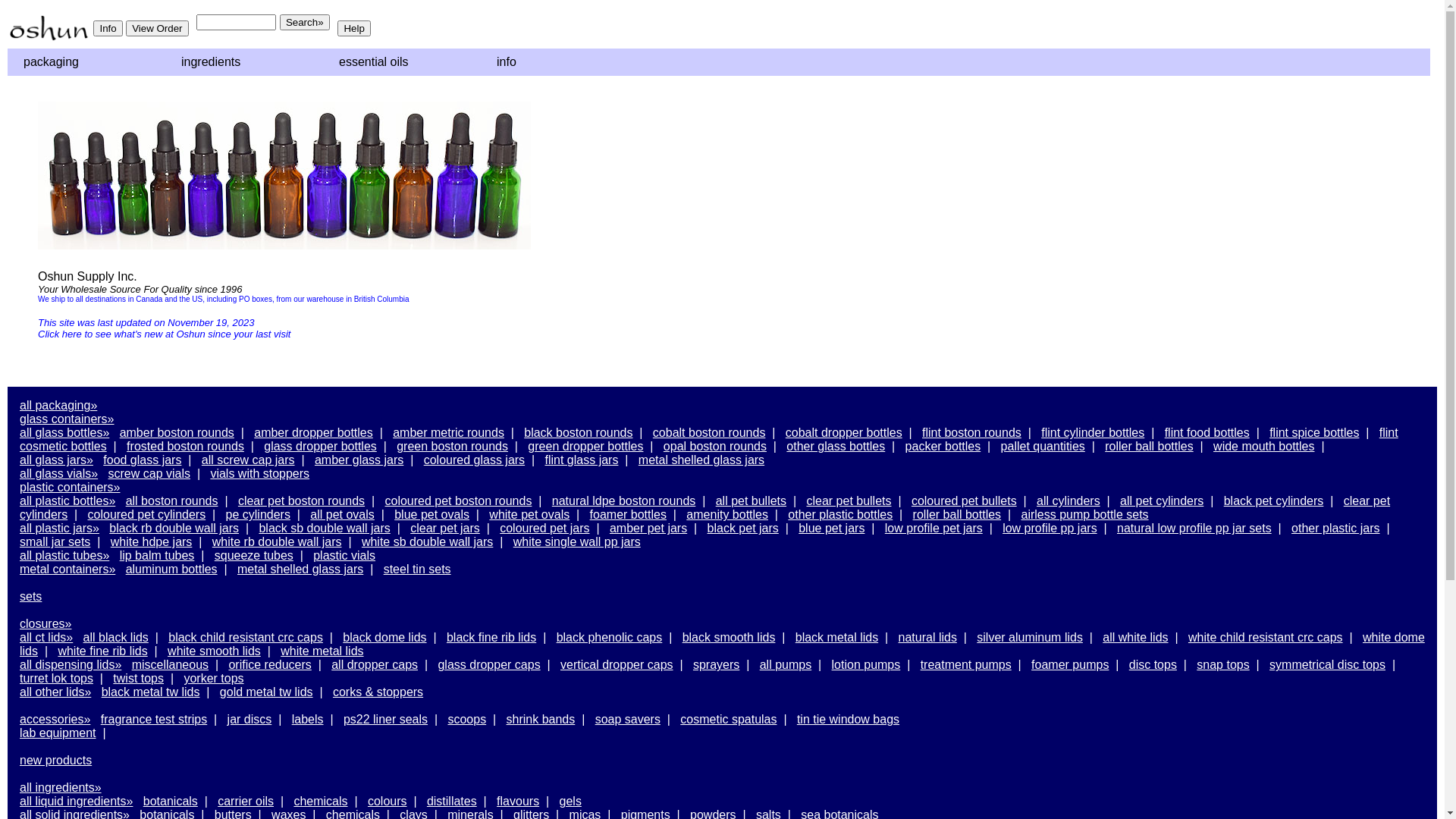  Describe the element at coordinates (171, 569) in the screenshot. I see `'aluminum bottles'` at that location.